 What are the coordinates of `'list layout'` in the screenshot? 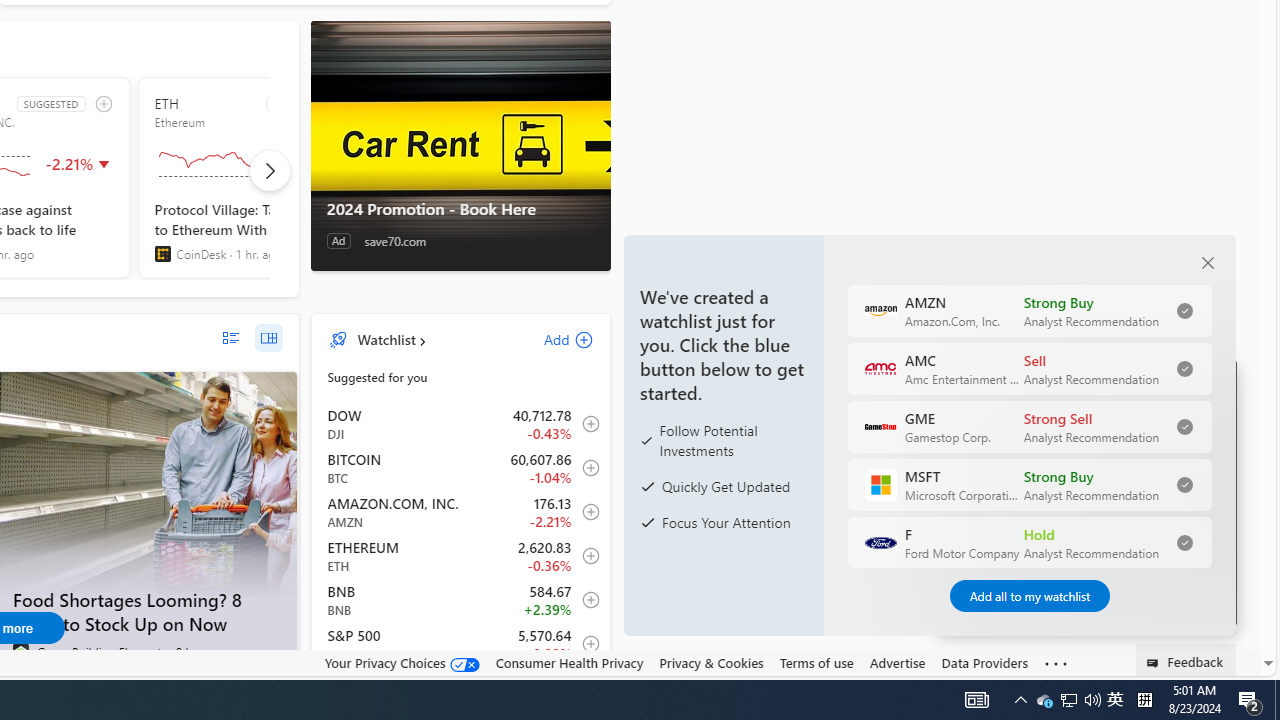 It's located at (230, 337).